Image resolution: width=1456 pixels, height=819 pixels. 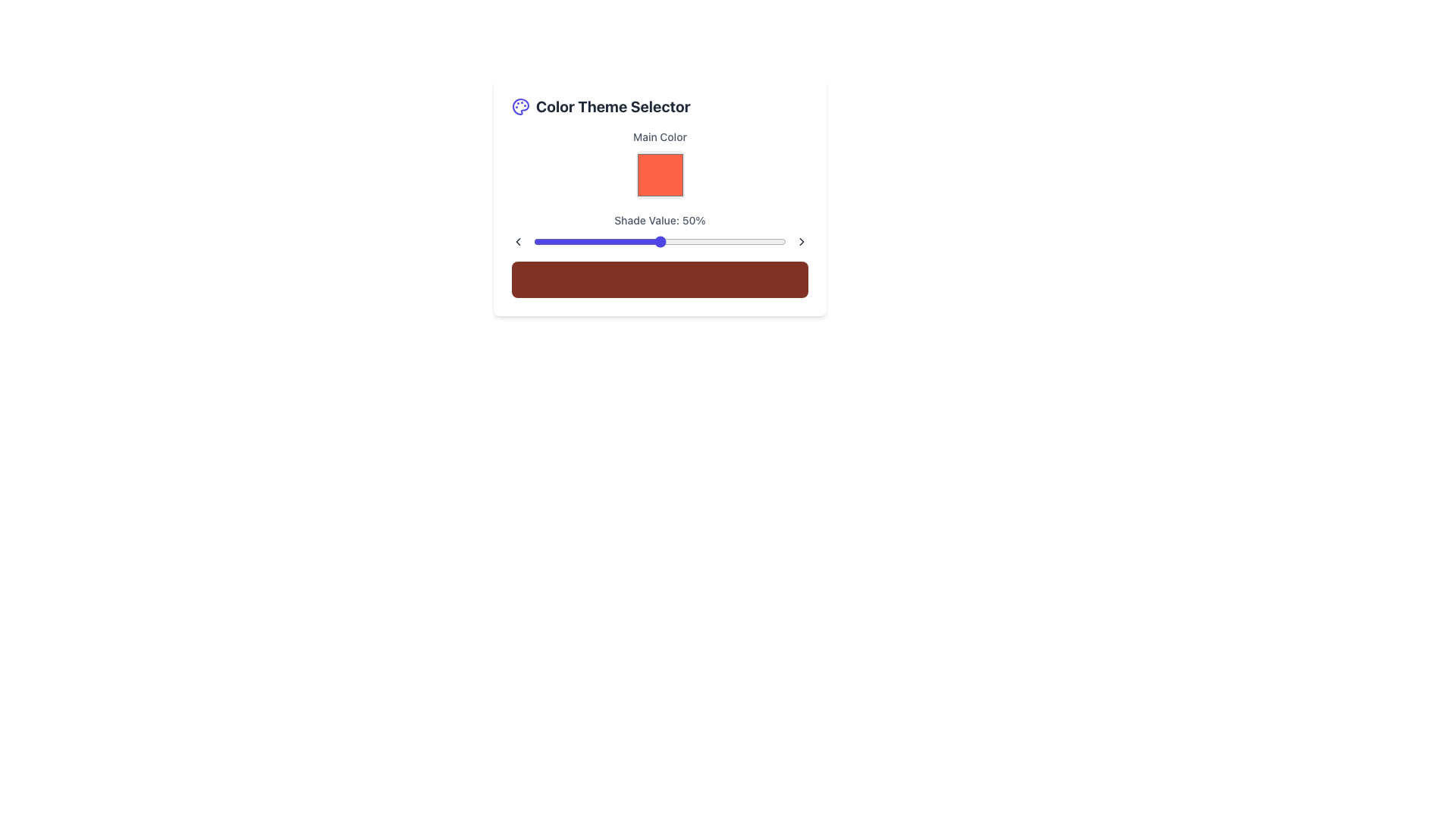 What do you see at coordinates (660, 196) in the screenshot?
I see `a color from the color preview box in the UI card designed for color selection and adjustment by clicking on it` at bounding box center [660, 196].